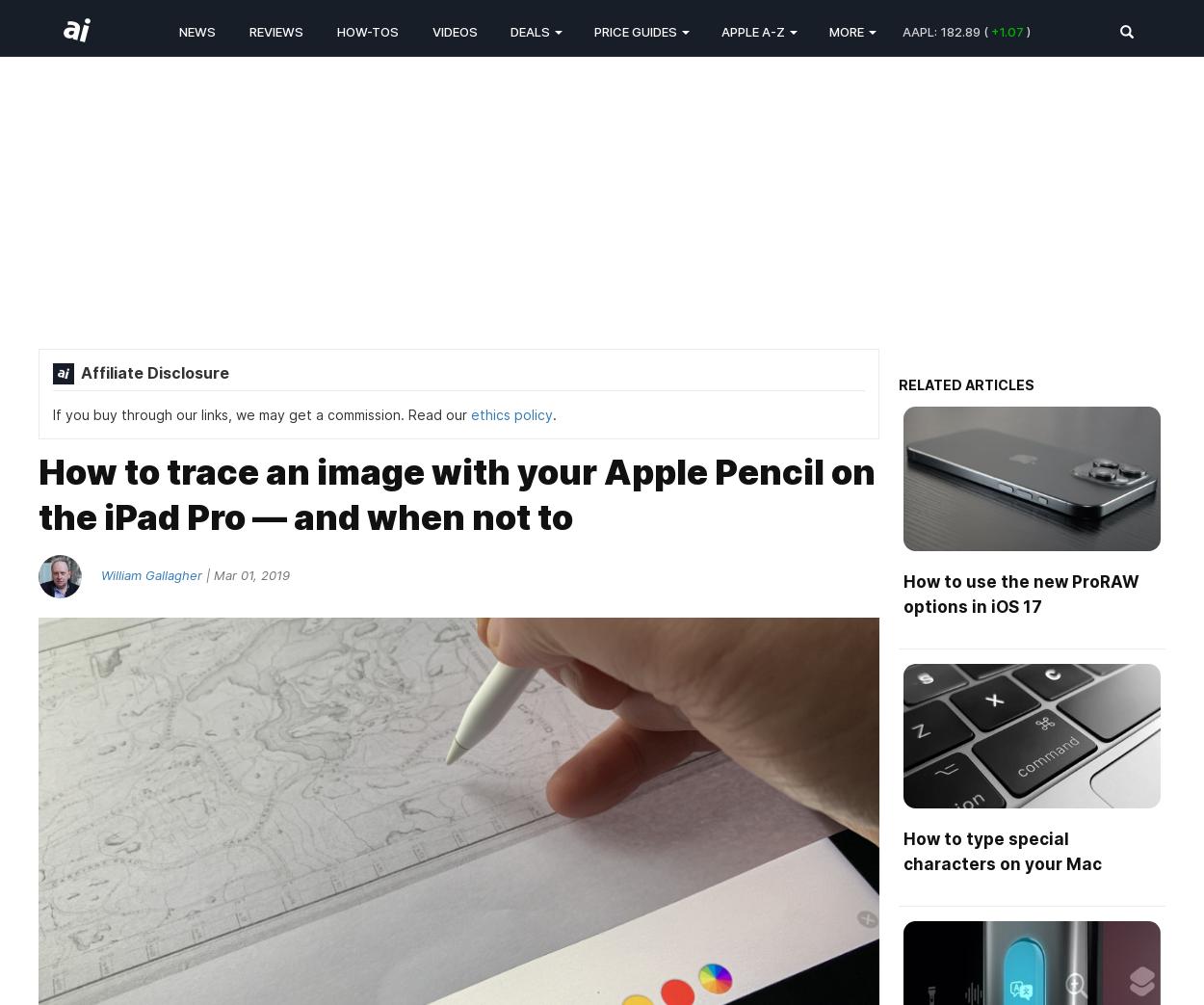 Image resolution: width=1204 pixels, height=1005 pixels. I want to click on 'AAPL: 182.89 (', so click(903, 30).